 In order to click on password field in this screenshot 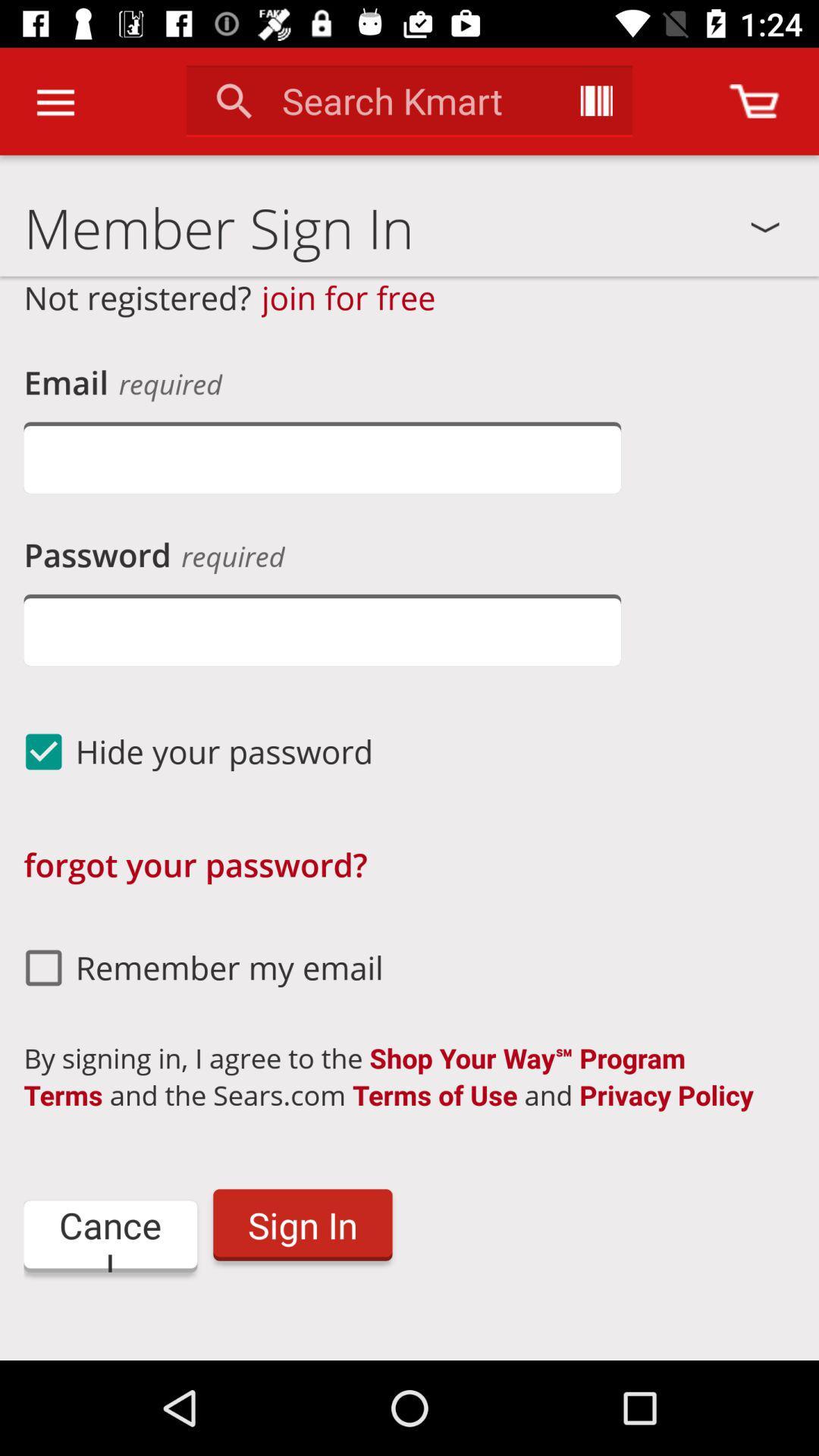, I will do `click(322, 629)`.